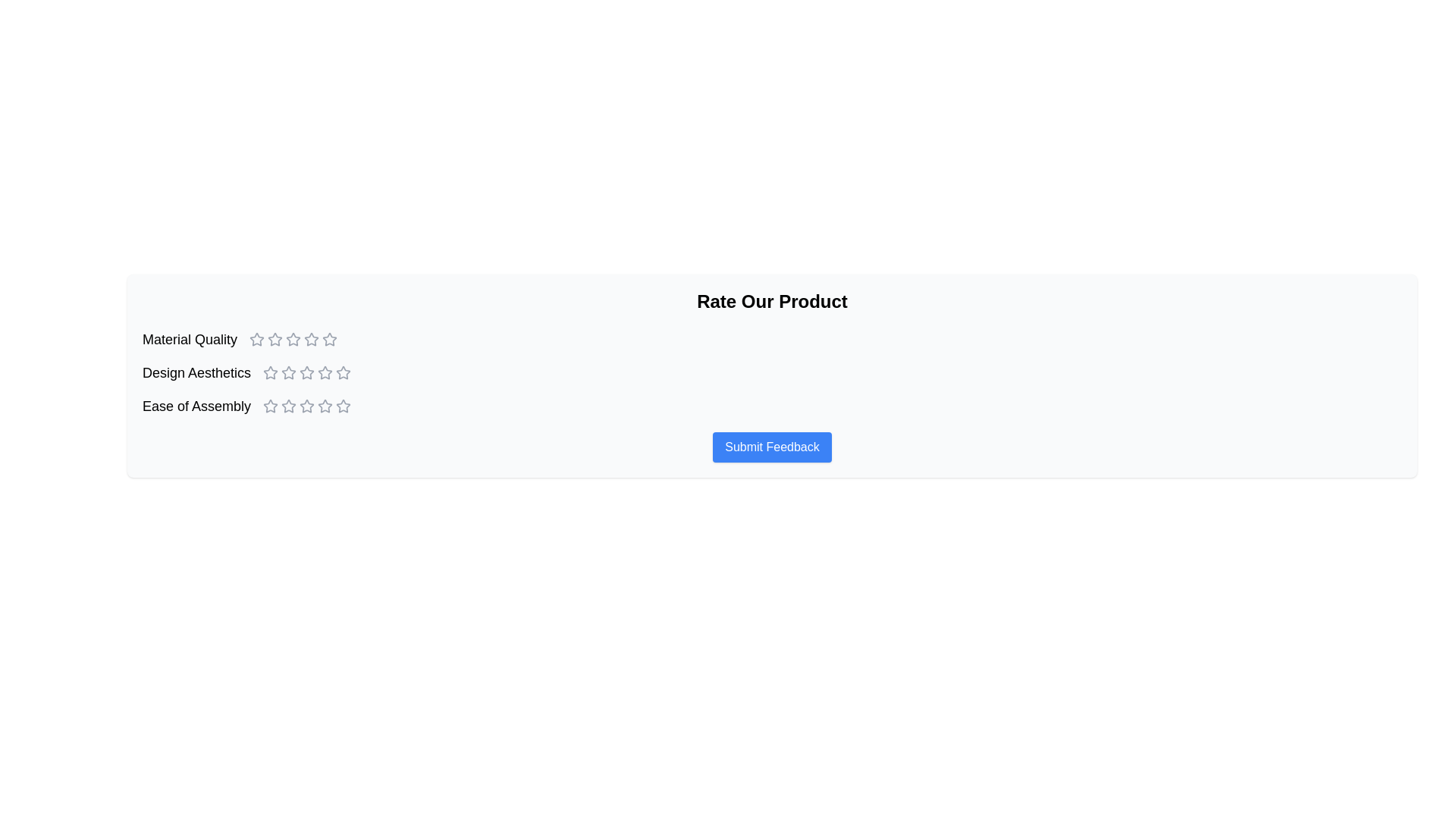 This screenshot has height=819, width=1456. I want to click on the fifth star icon to rate the product for 'Ease of Assembly', so click(343, 406).